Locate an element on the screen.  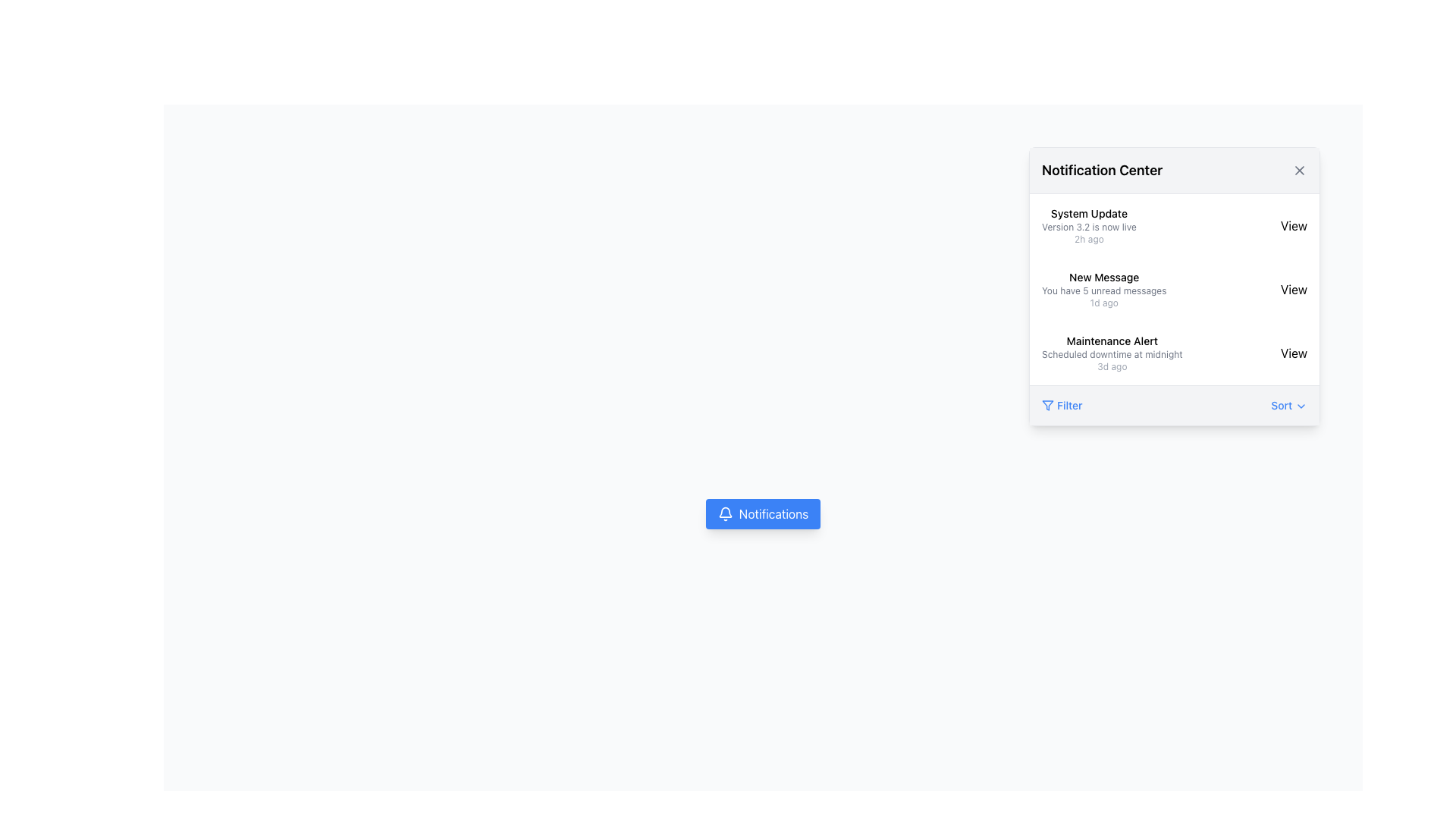
the interactive text link displaying 'View' is located at coordinates (1293, 289).